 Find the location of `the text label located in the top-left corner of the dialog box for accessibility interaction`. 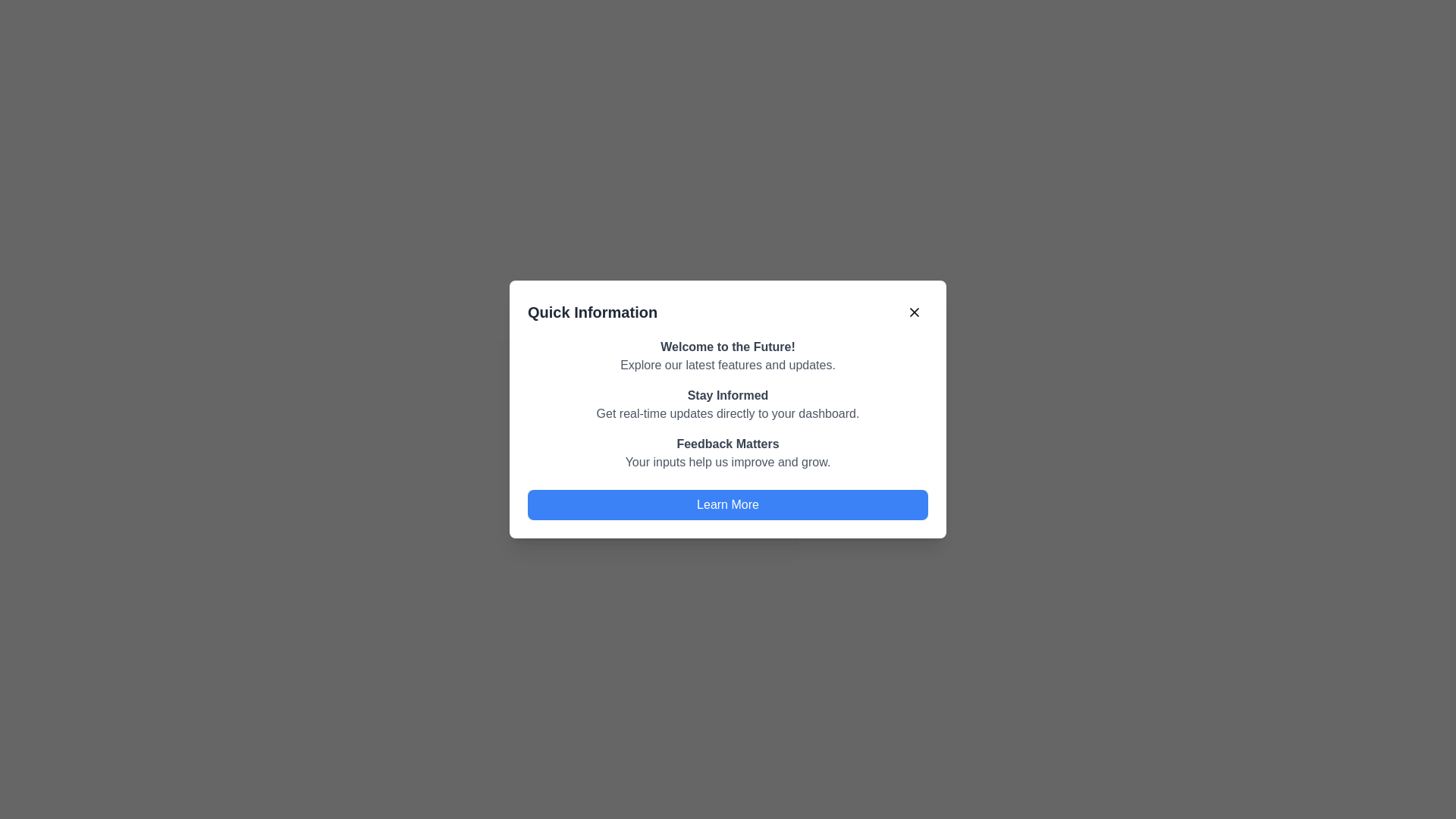

the text label located in the top-left corner of the dialog box for accessibility interaction is located at coordinates (591, 312).